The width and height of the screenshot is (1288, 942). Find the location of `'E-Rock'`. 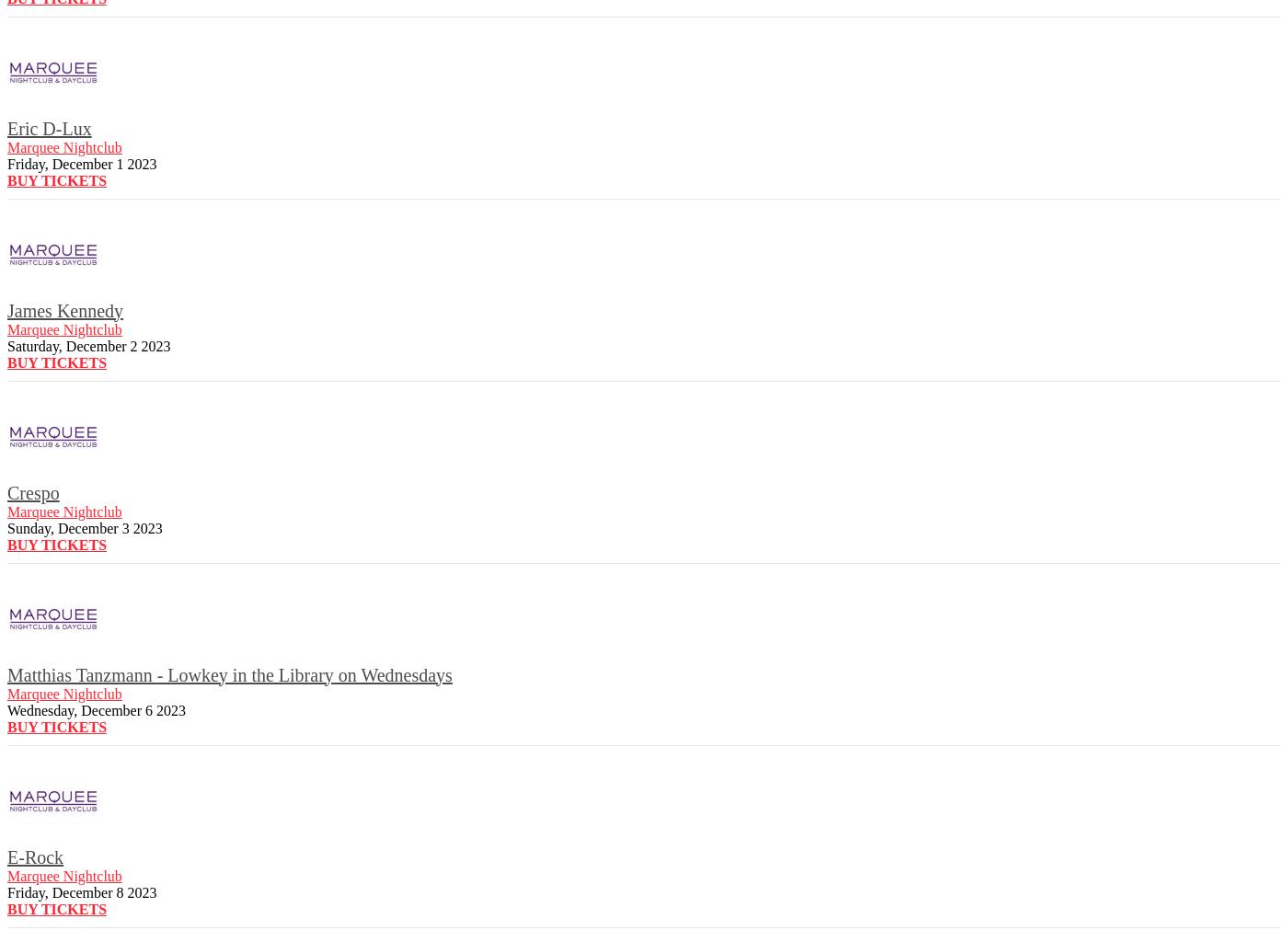

'E-Rock' is located at coordinates (35, 856).